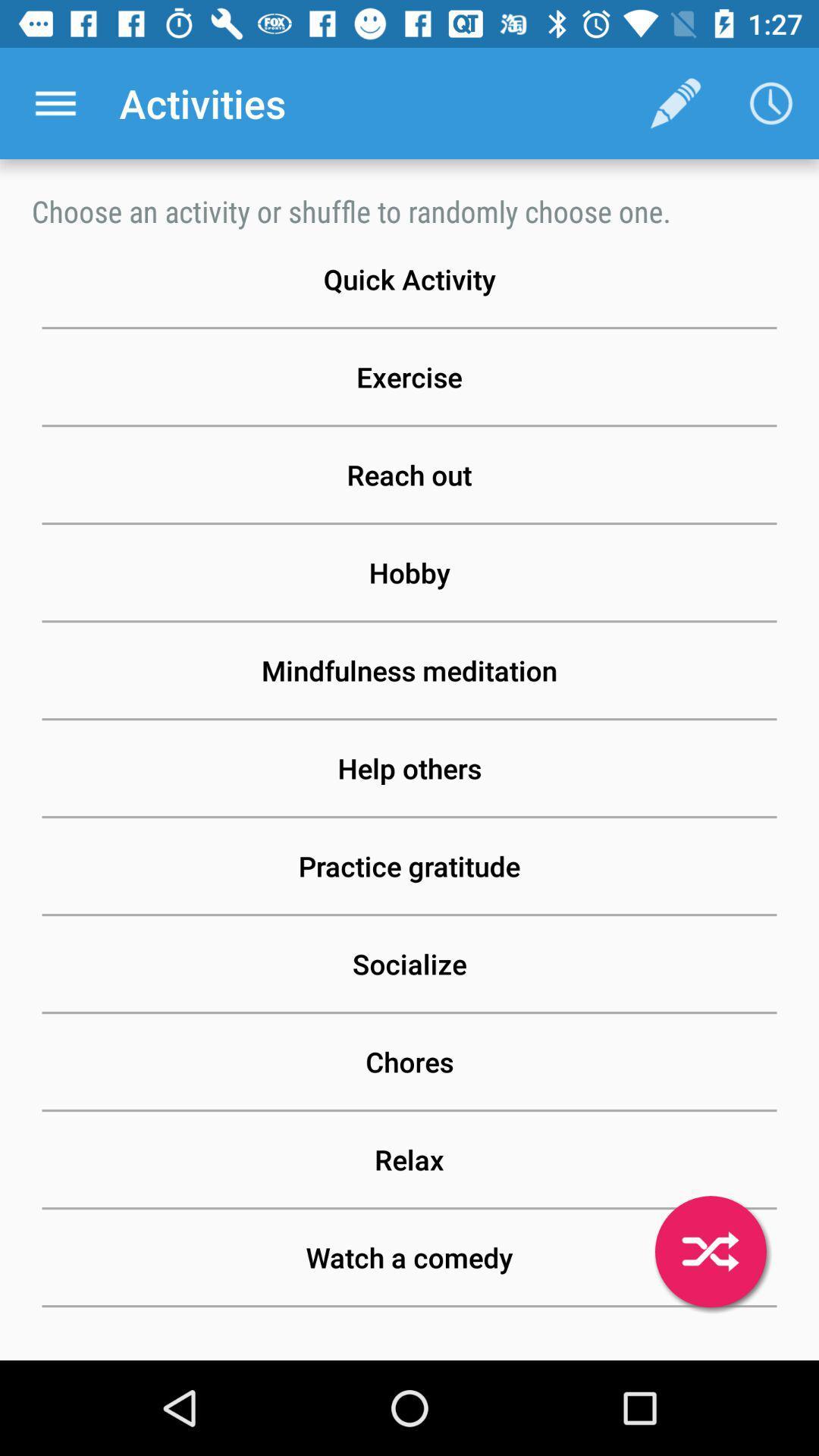  What do you see at coordinates (409, 474) in the screenshot?
I see `the reach out` at bounding box center [409, 474].